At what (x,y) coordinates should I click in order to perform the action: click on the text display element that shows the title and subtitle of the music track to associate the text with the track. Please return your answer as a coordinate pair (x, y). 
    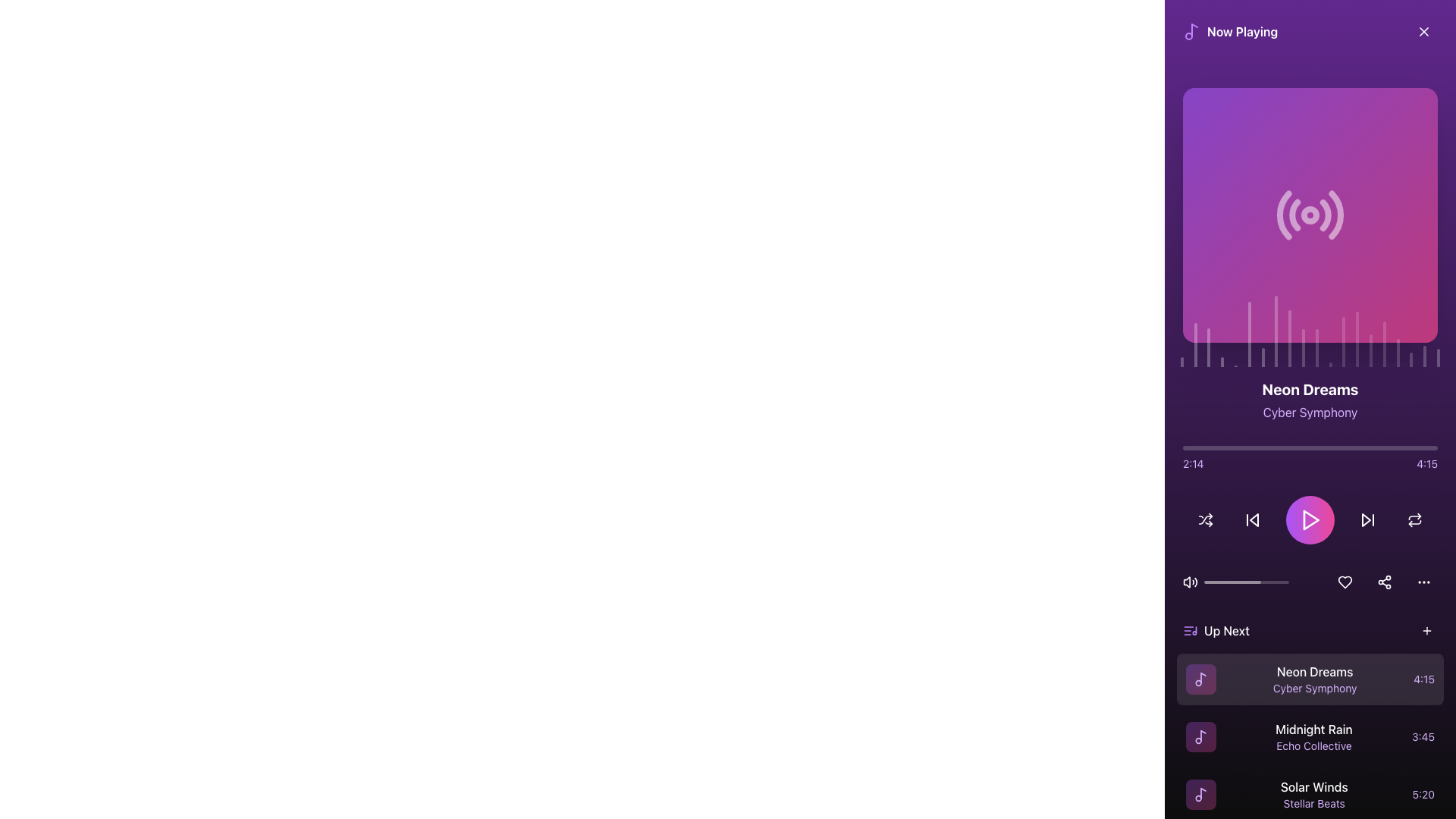
    Looking at the image, I should click on (1313, 678).